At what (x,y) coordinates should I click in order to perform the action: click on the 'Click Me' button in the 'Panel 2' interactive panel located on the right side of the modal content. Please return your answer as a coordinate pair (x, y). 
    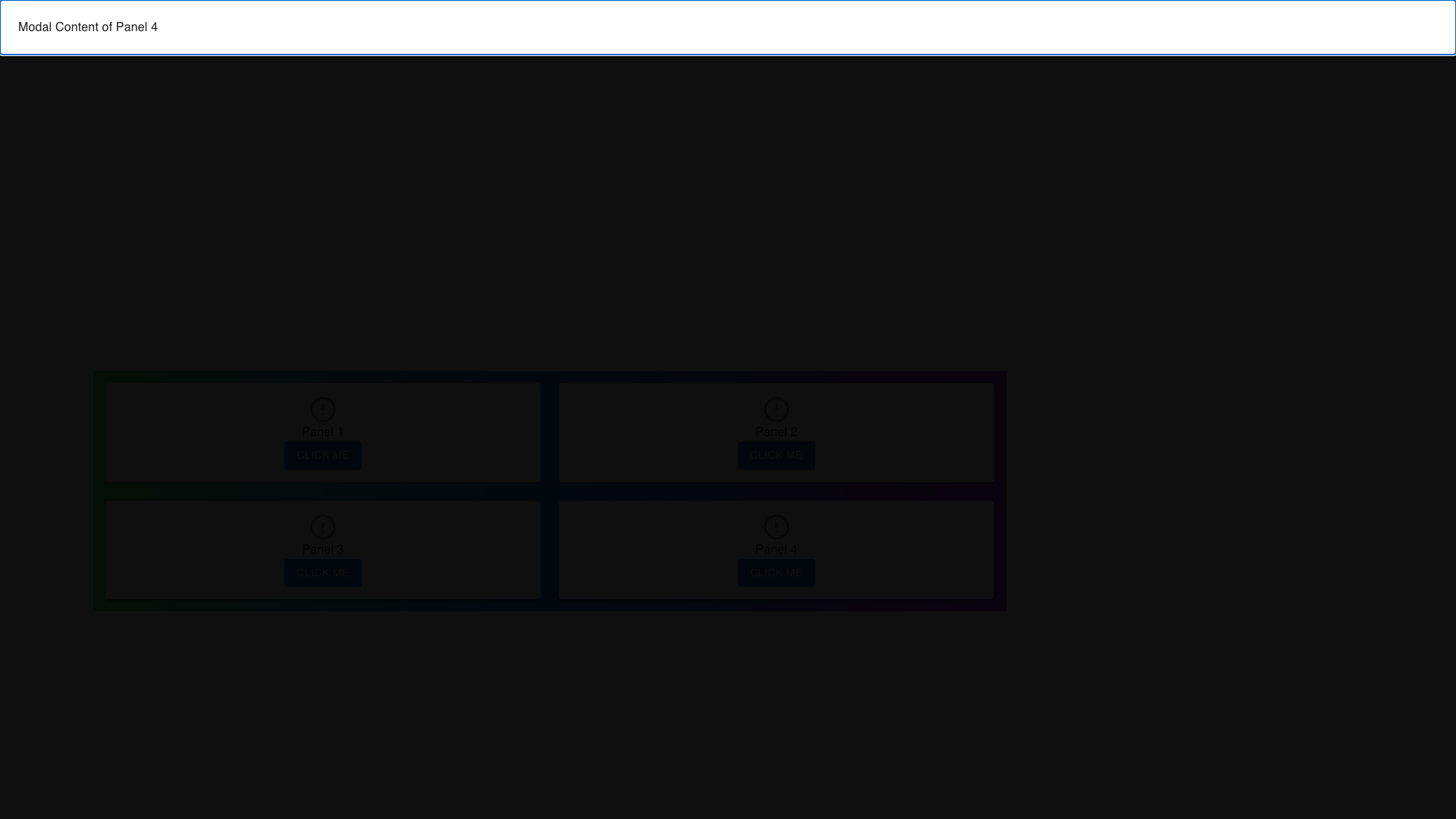
    Looking at the image, I should click on (776, 432).